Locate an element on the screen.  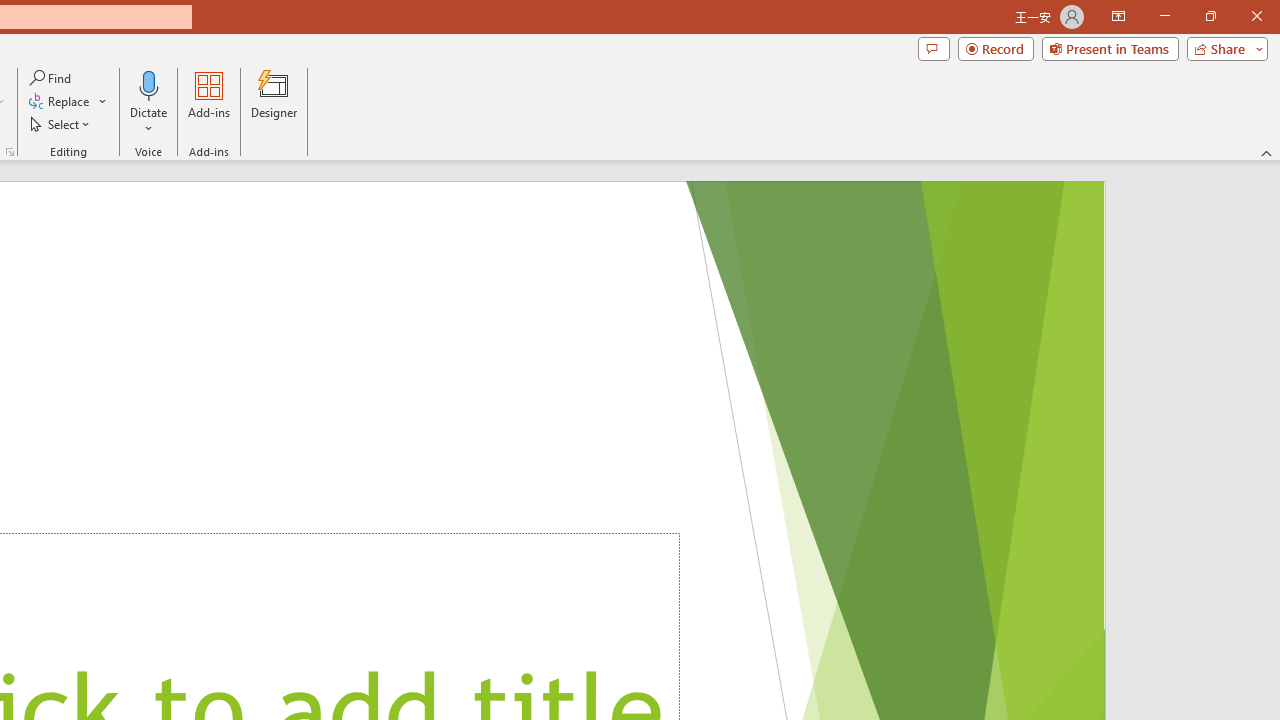
'Replace...' is located at coordinates (60, 101).